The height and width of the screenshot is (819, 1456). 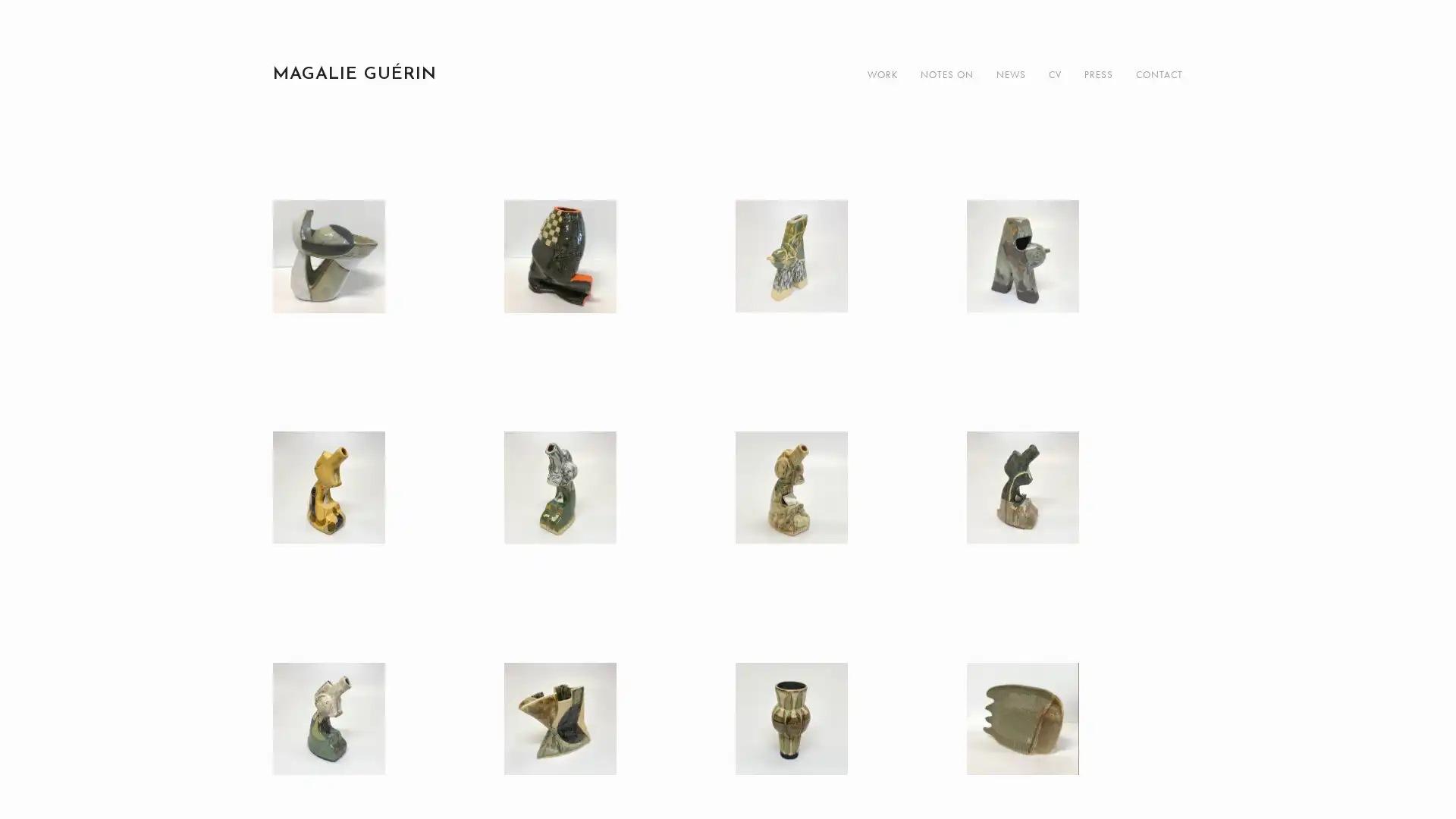 What do you see at coordinates (381, 307) in the screenshot?
I see `View fullsize IMG_4407.JPG` at bounding box center [381, 307].